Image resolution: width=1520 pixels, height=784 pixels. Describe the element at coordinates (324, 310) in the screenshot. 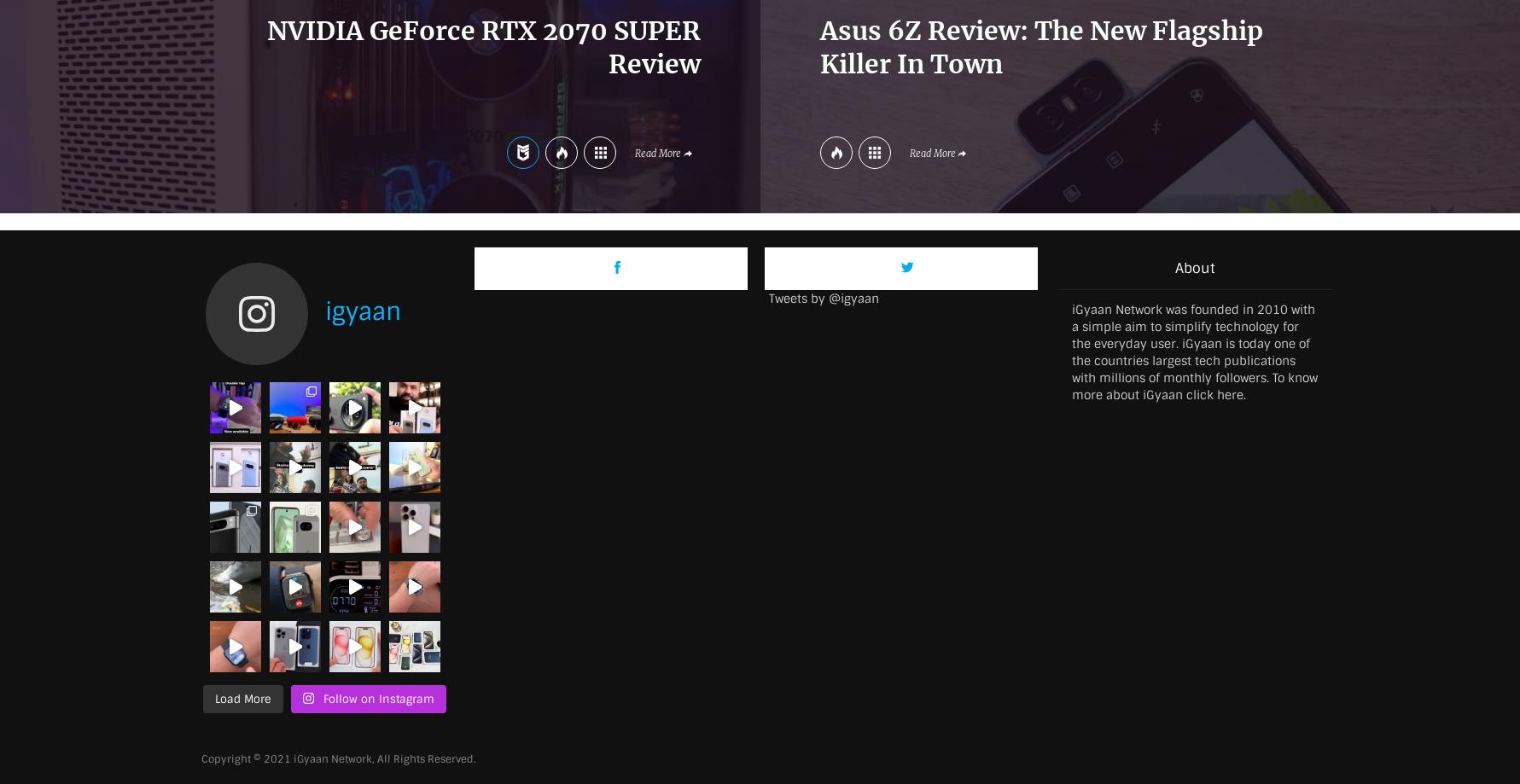

I see `'igyaan'` at that location.